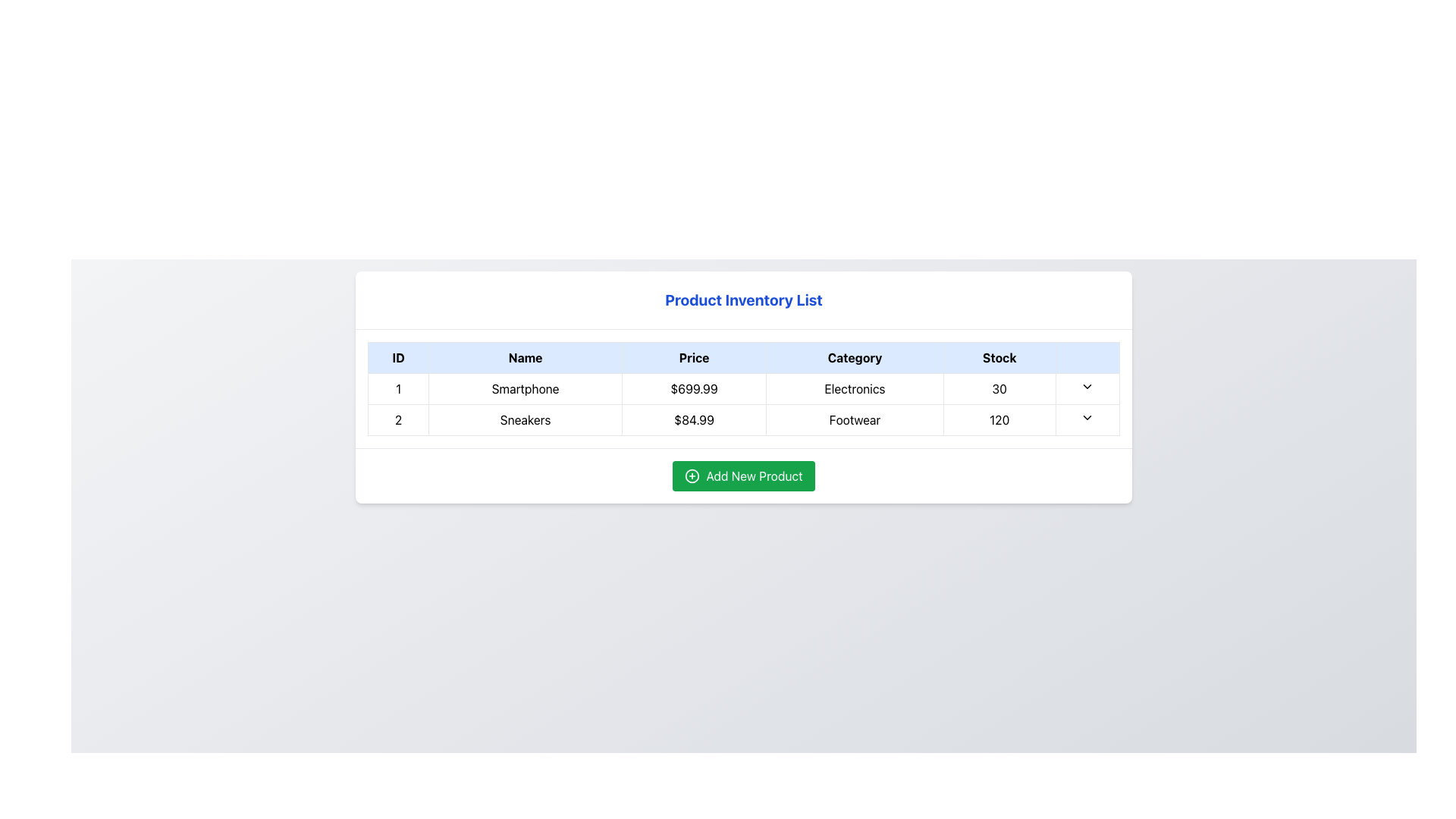  I want to click on the non-interactive text label displaying the product category in the table row, which is the fourth element under the 'Category' header, so click(855, 420).